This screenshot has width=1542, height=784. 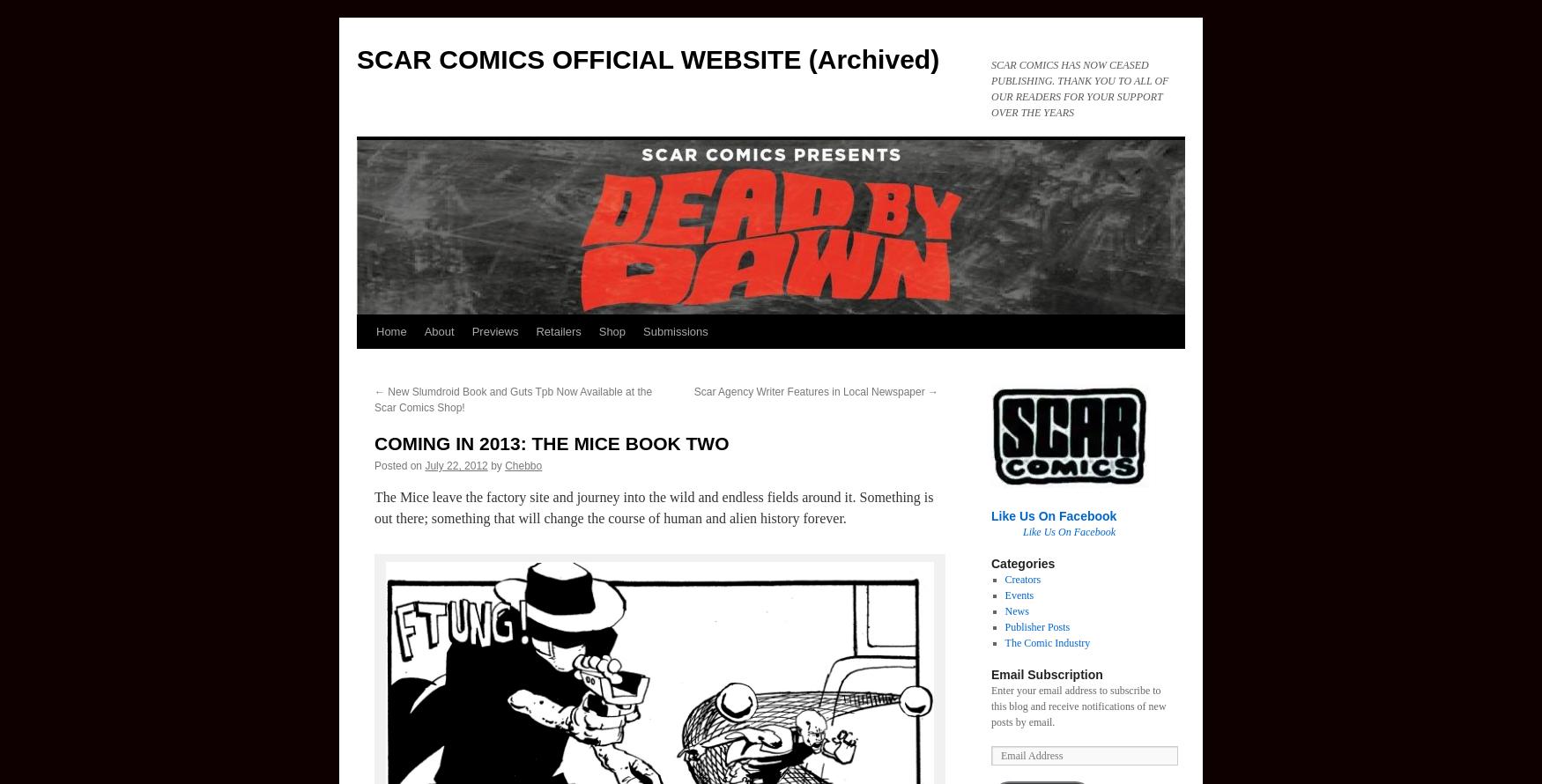 I want to click on 'Chebbo', so click(x=523, y=465).